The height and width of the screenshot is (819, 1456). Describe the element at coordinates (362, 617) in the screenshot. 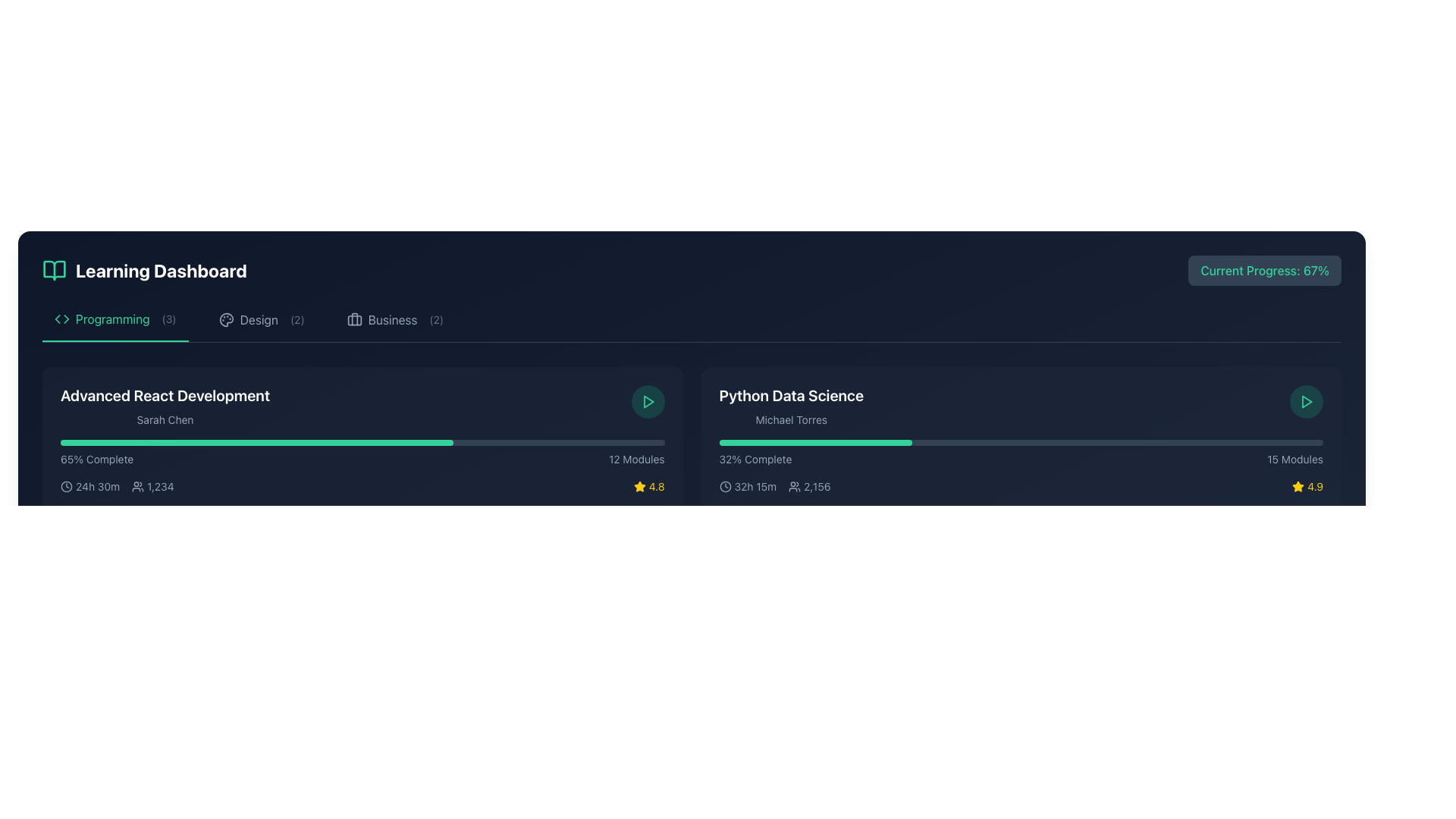

I see `the progress bar displaying '89% Complete' and '14 Modules'` at that location.